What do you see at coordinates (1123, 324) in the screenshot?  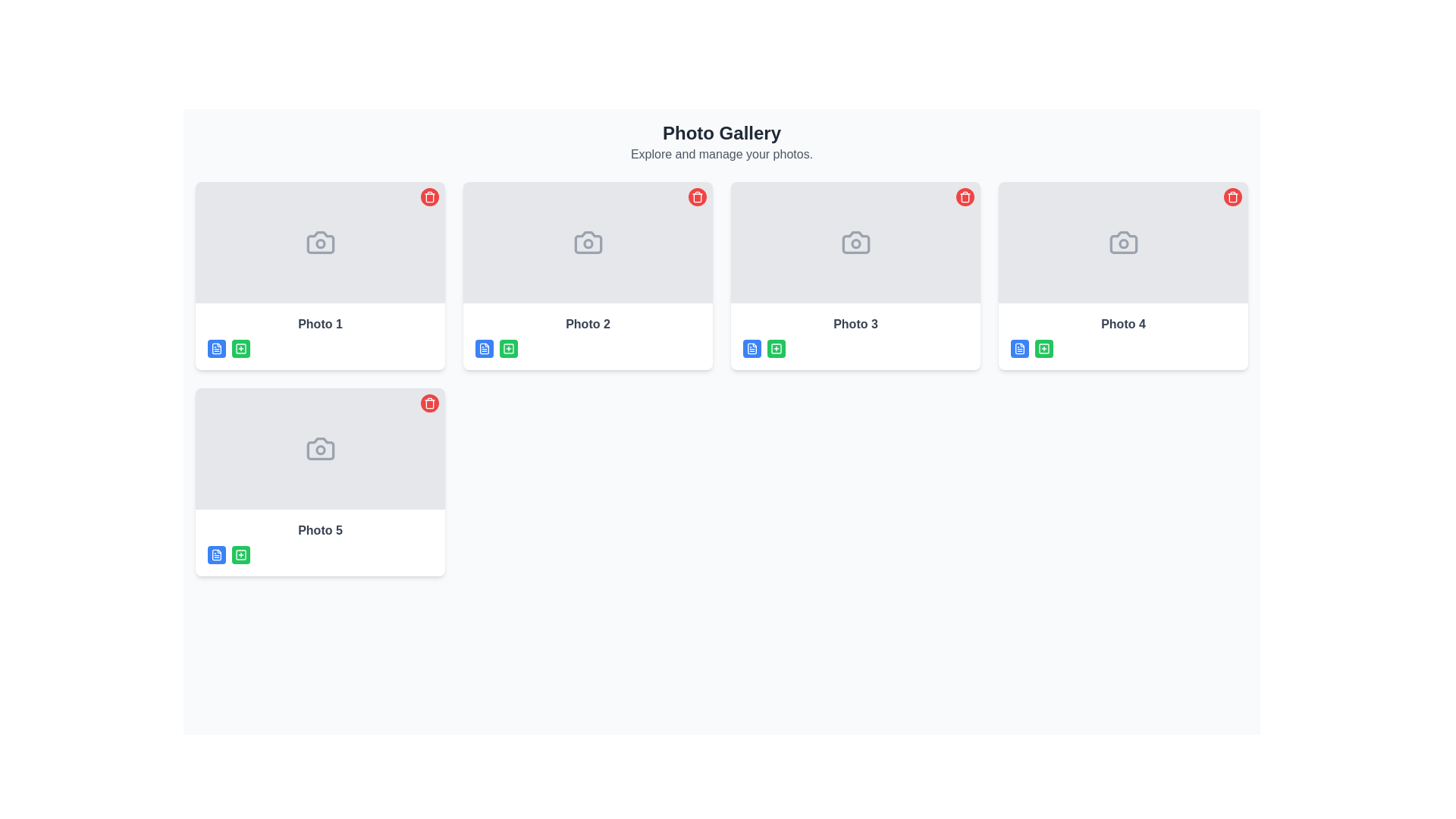 I see `text label displaying 'Photo 4' located in the second row, second column of a grid-like gallery layout` at bounding box center [1123, 324].